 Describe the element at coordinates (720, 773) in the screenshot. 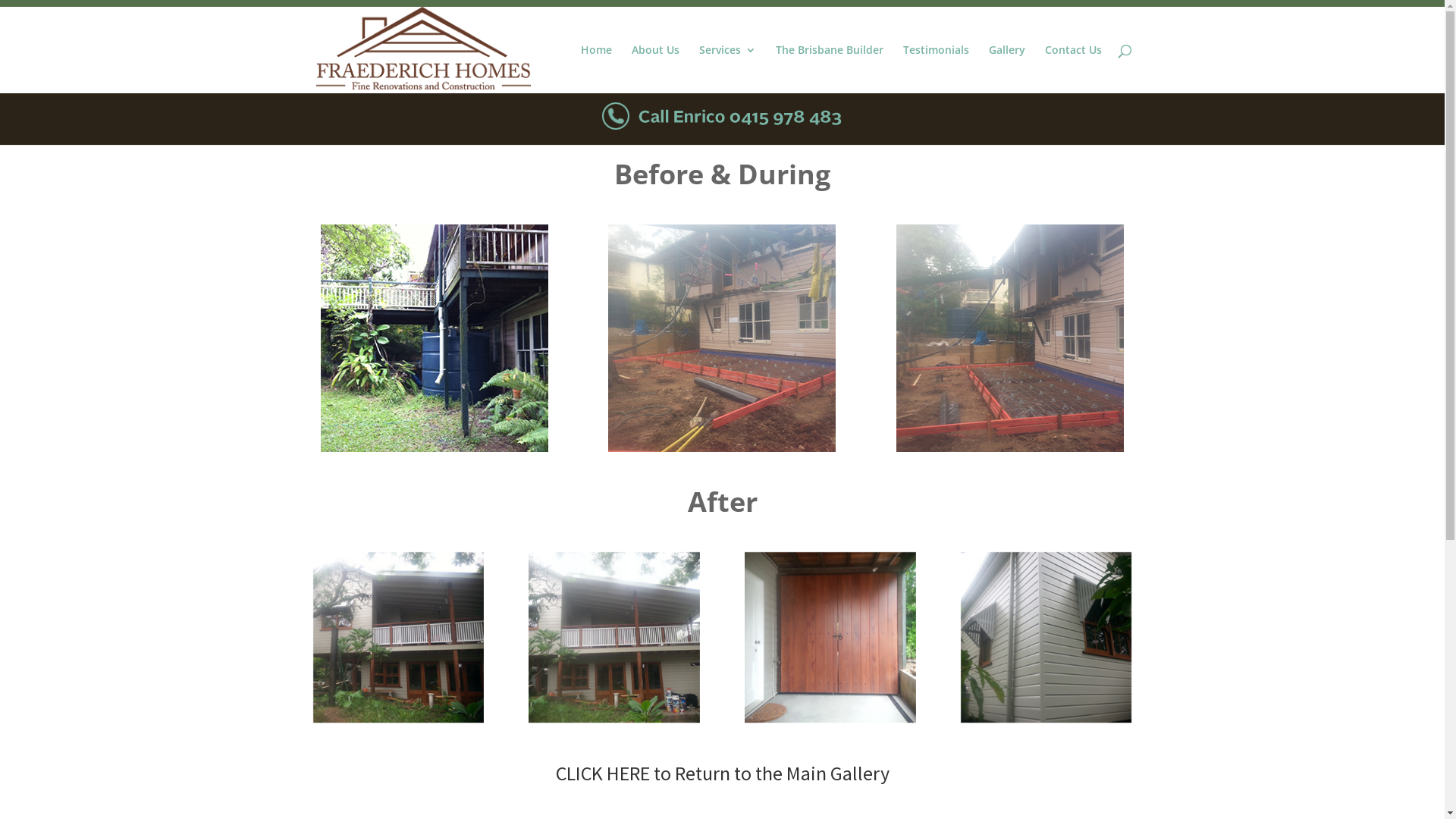

I see `'CLICK HERE to Return to the Main Gallery'` at that location.